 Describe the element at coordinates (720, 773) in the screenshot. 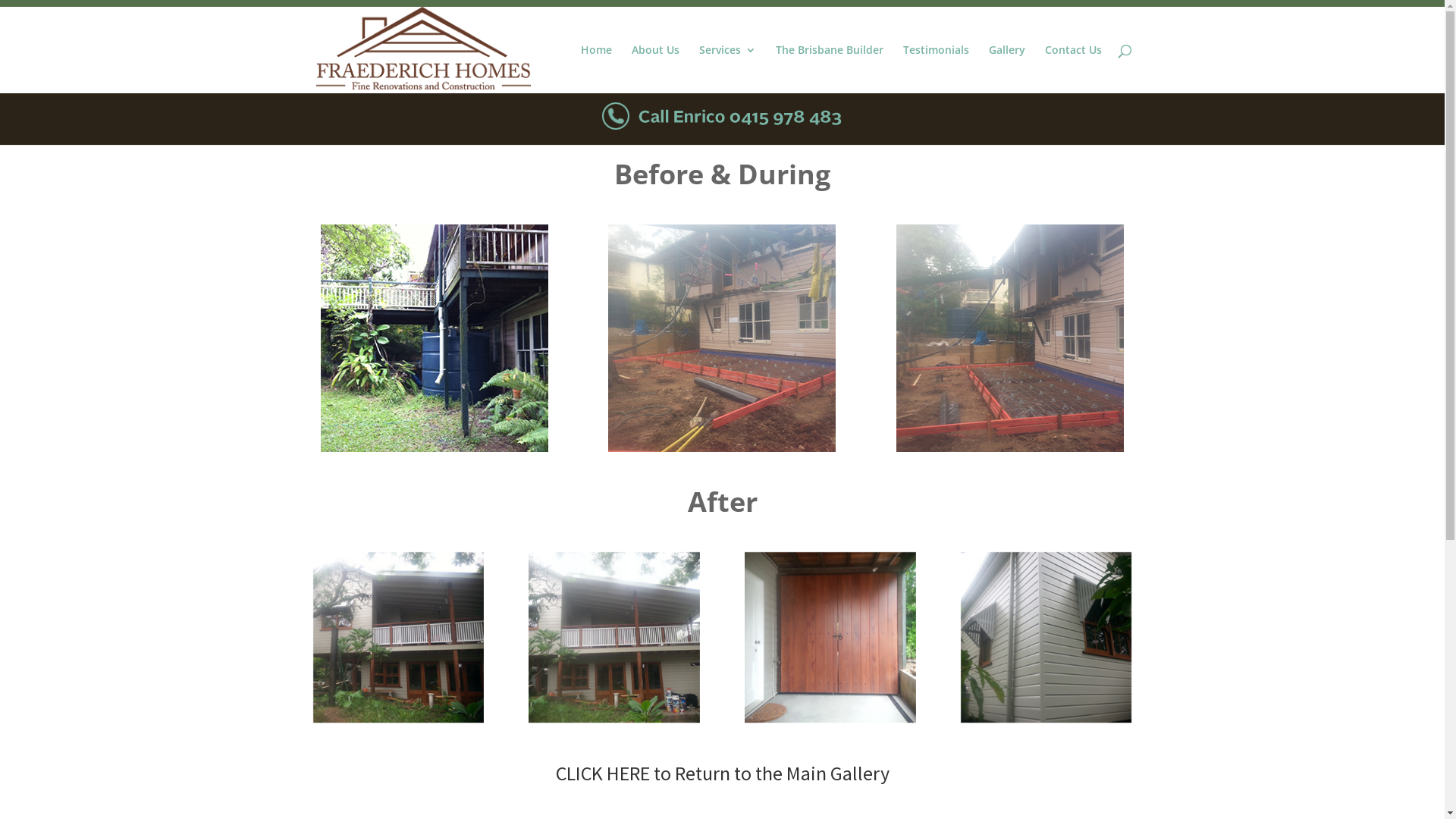

I see `'CLICK HERE to Return to the Main Gallery'` at that location.